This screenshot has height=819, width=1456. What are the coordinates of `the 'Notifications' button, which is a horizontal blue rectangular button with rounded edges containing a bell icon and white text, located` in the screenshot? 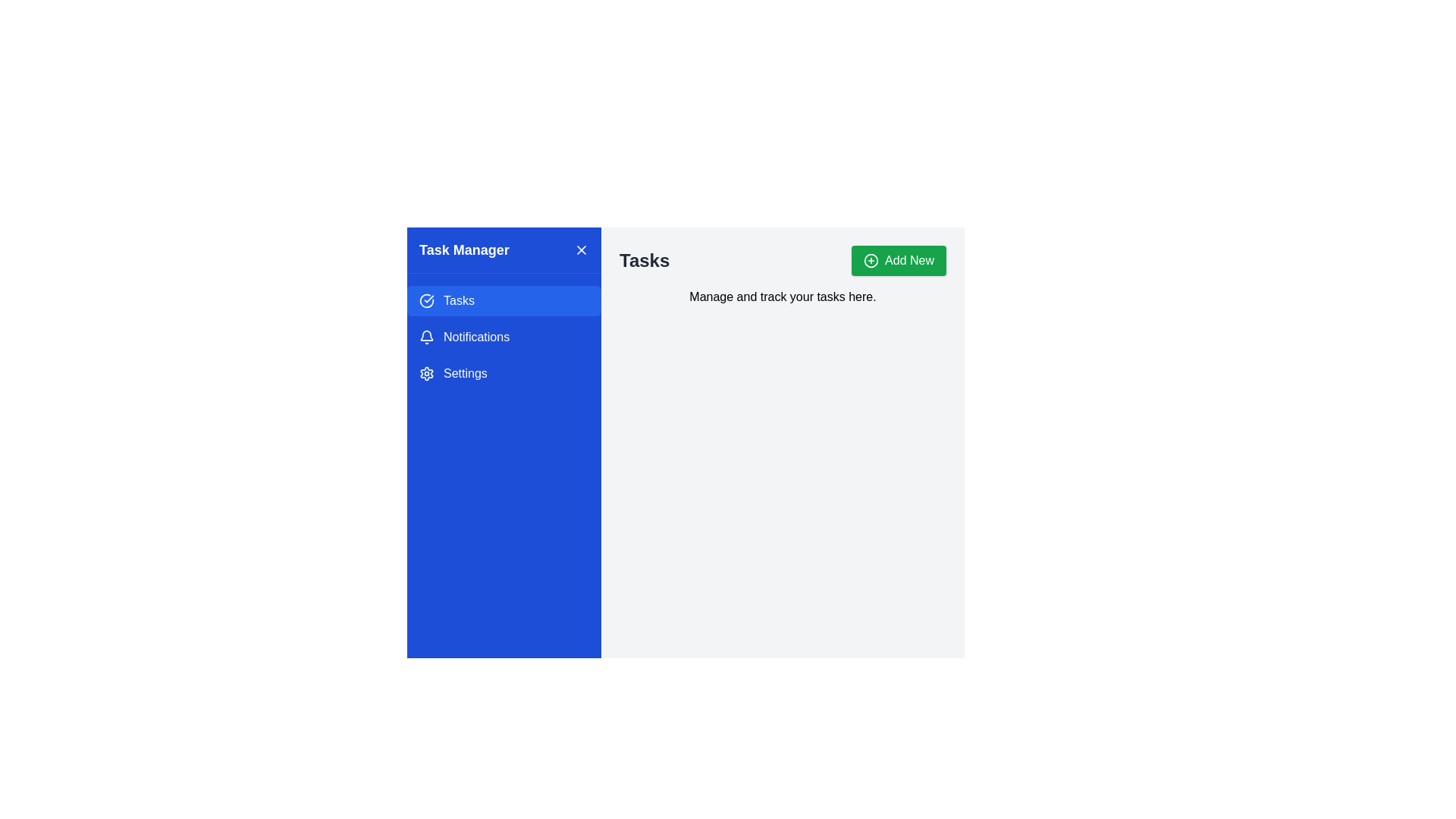 It's located at (504, 336).